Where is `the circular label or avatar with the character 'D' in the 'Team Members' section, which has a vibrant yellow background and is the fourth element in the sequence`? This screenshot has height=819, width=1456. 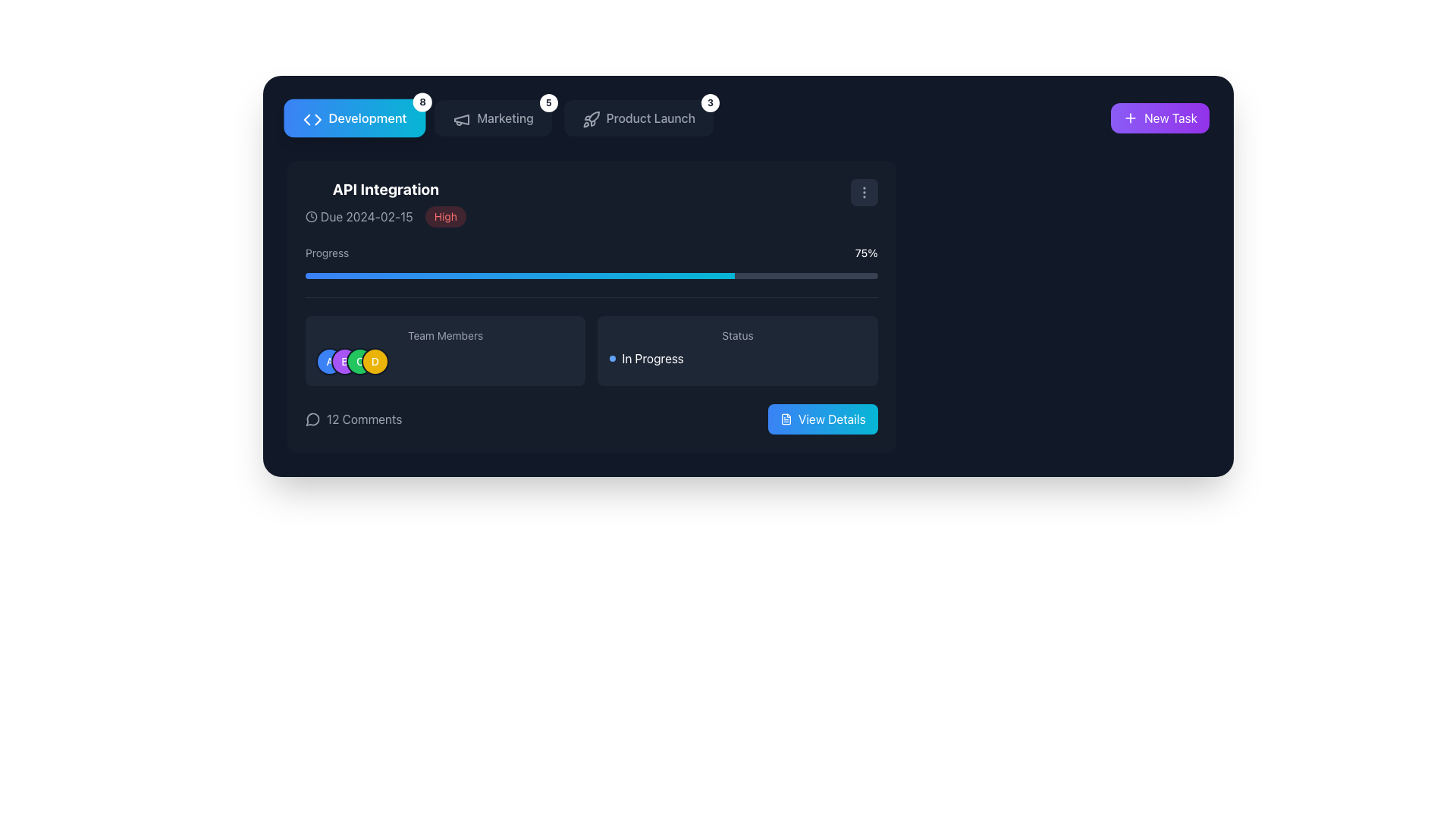
the circular label or avatar with the character 'D' in the 'Team Members' section, which has a vibrant yellow background and is the fourth element in the sequence is located at coordinates (375, 362).